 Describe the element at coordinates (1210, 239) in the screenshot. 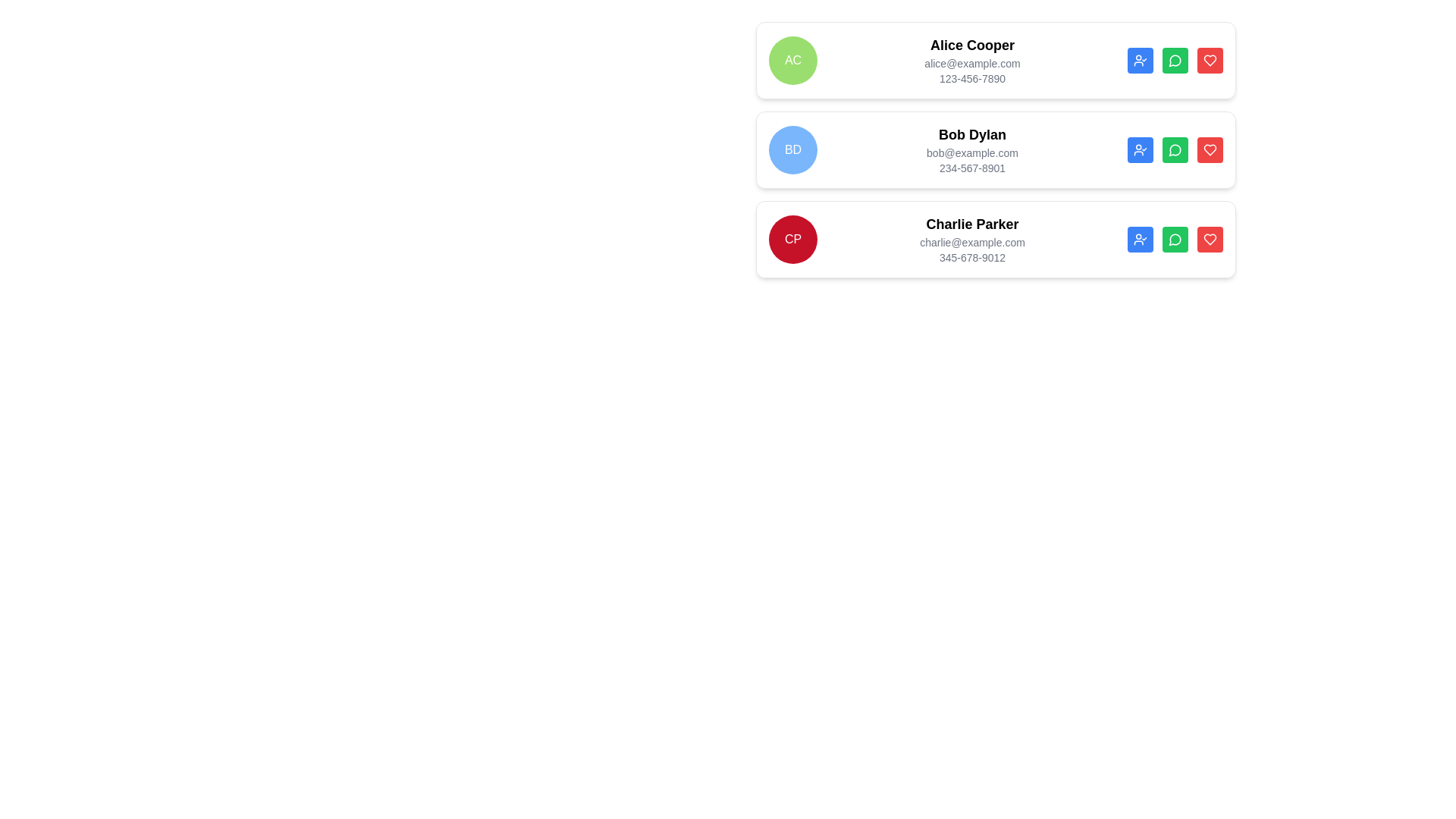

I see `the red, square-shaped button with a heart icon inside, located in the card titled 'Charlie Parker'` at that location.